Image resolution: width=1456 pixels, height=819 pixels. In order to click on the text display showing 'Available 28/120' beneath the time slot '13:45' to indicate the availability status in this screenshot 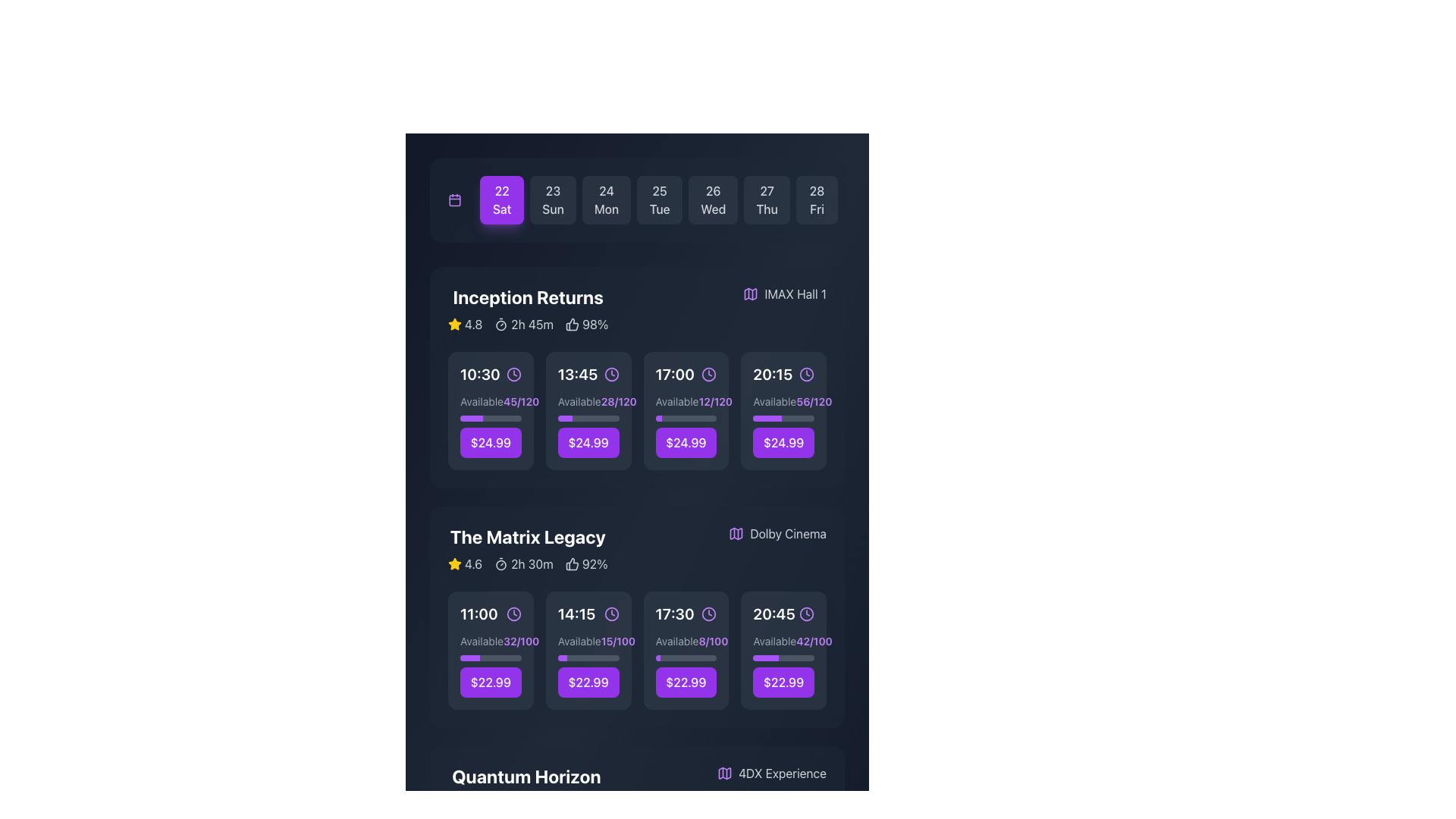, I will do `click(588, 400)`.